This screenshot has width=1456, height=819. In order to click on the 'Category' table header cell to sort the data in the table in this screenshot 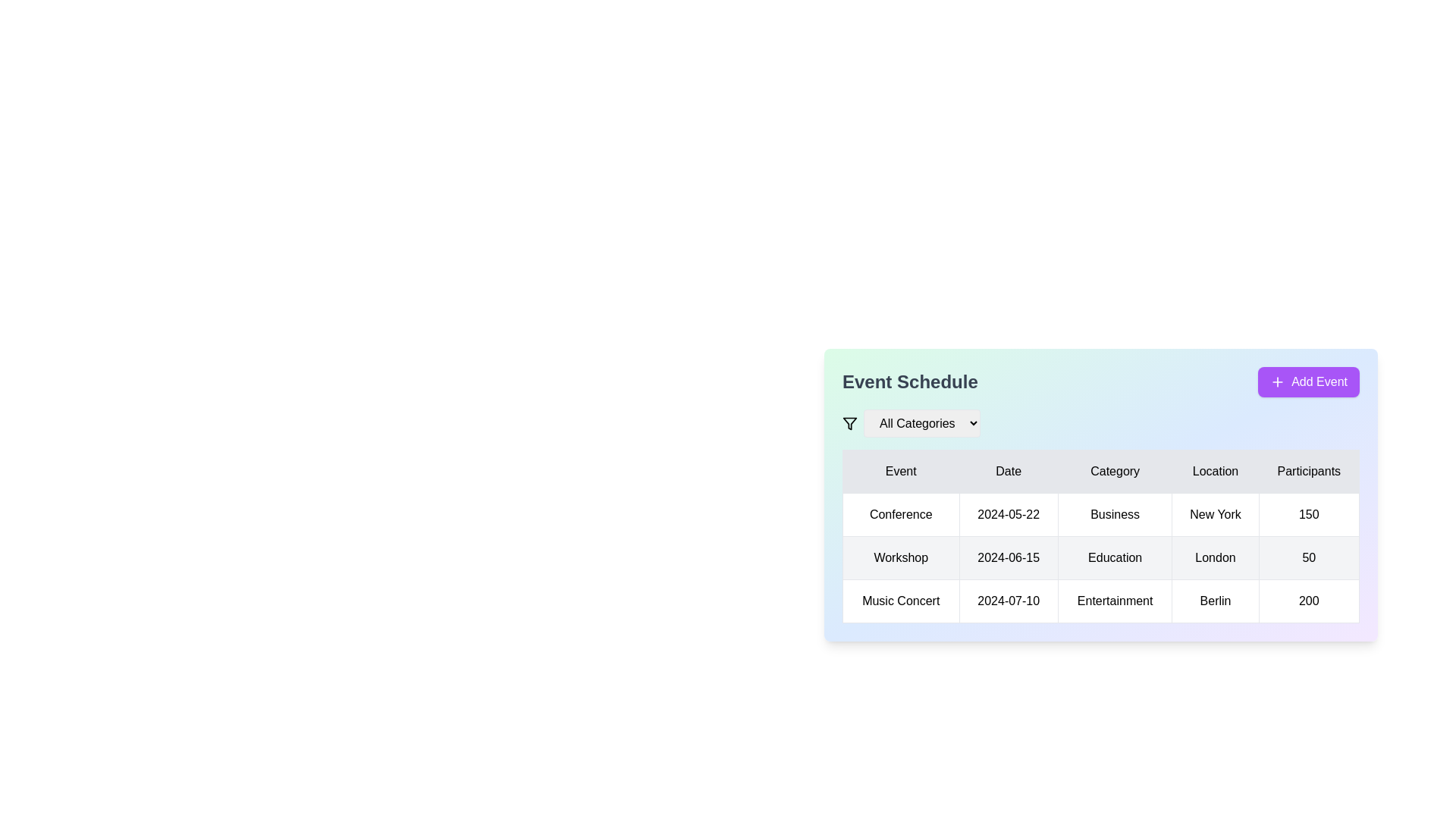, I will do `click(1100, 470)`.